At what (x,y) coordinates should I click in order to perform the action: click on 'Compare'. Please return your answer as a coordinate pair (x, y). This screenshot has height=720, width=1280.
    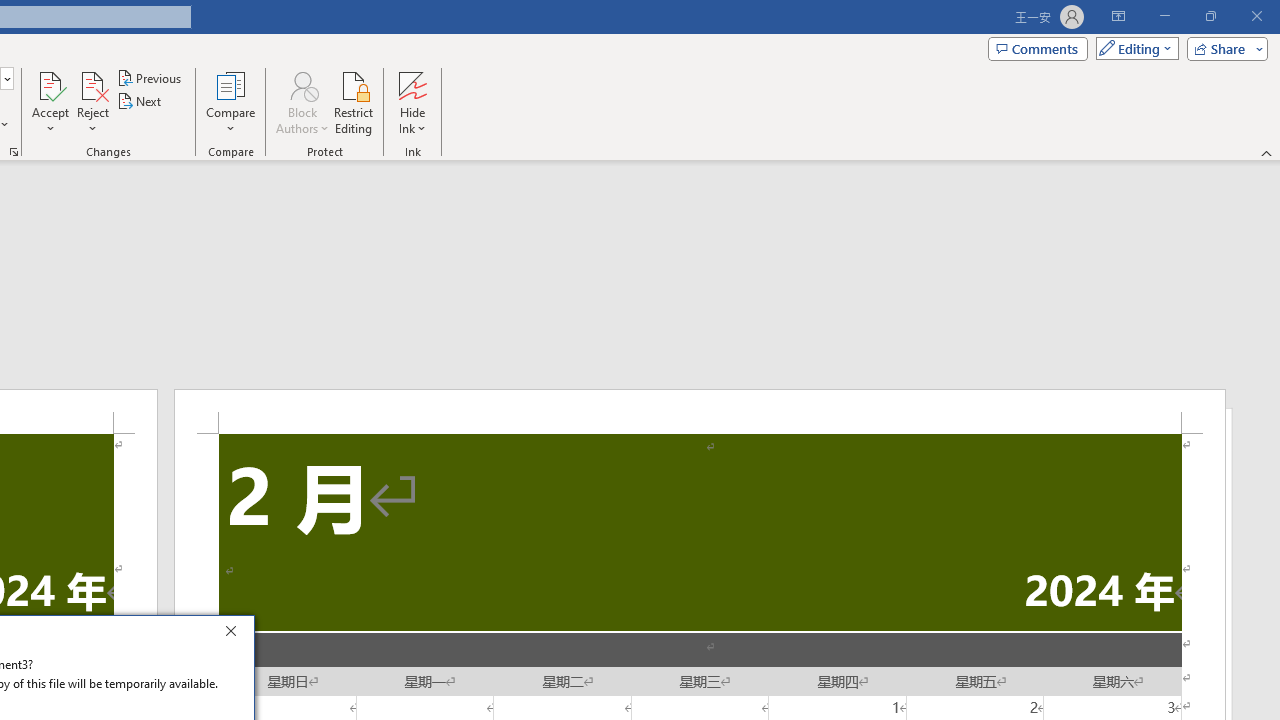
    Looking at the image, I should click on (231, 103).